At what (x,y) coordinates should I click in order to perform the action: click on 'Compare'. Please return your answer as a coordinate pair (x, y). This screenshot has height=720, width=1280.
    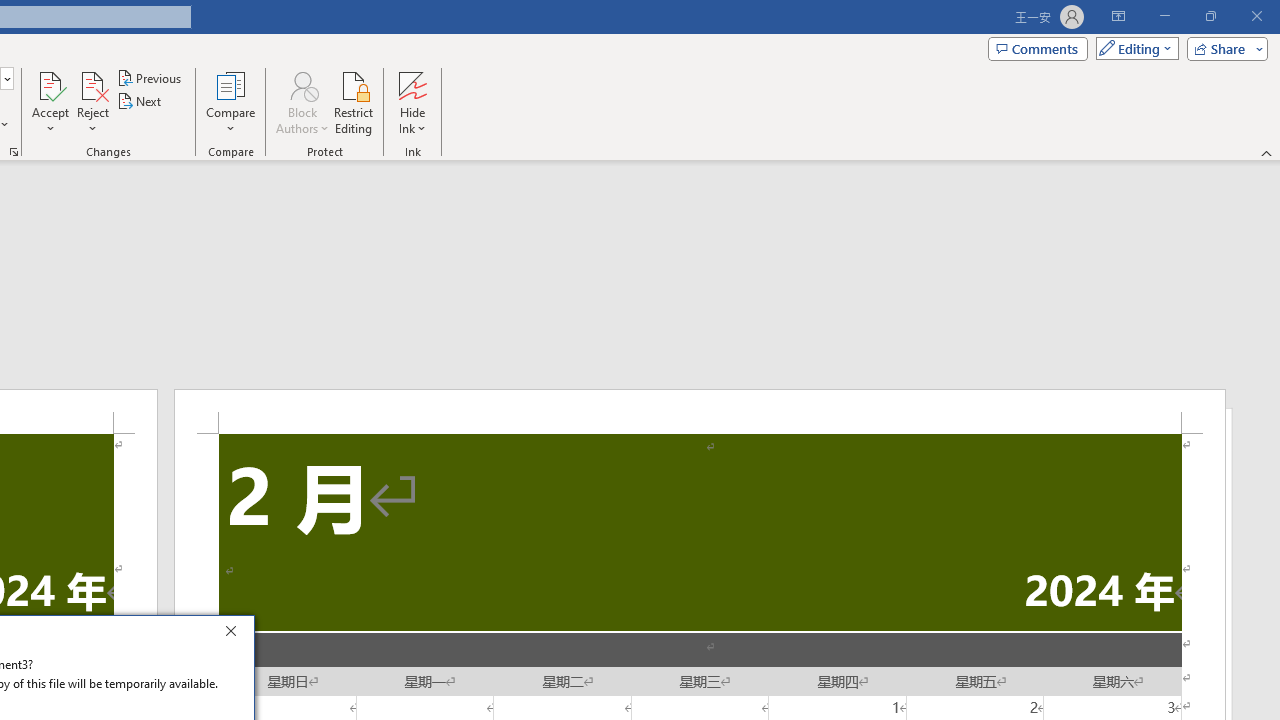
    Looking at the image, I should click on (231, 103).